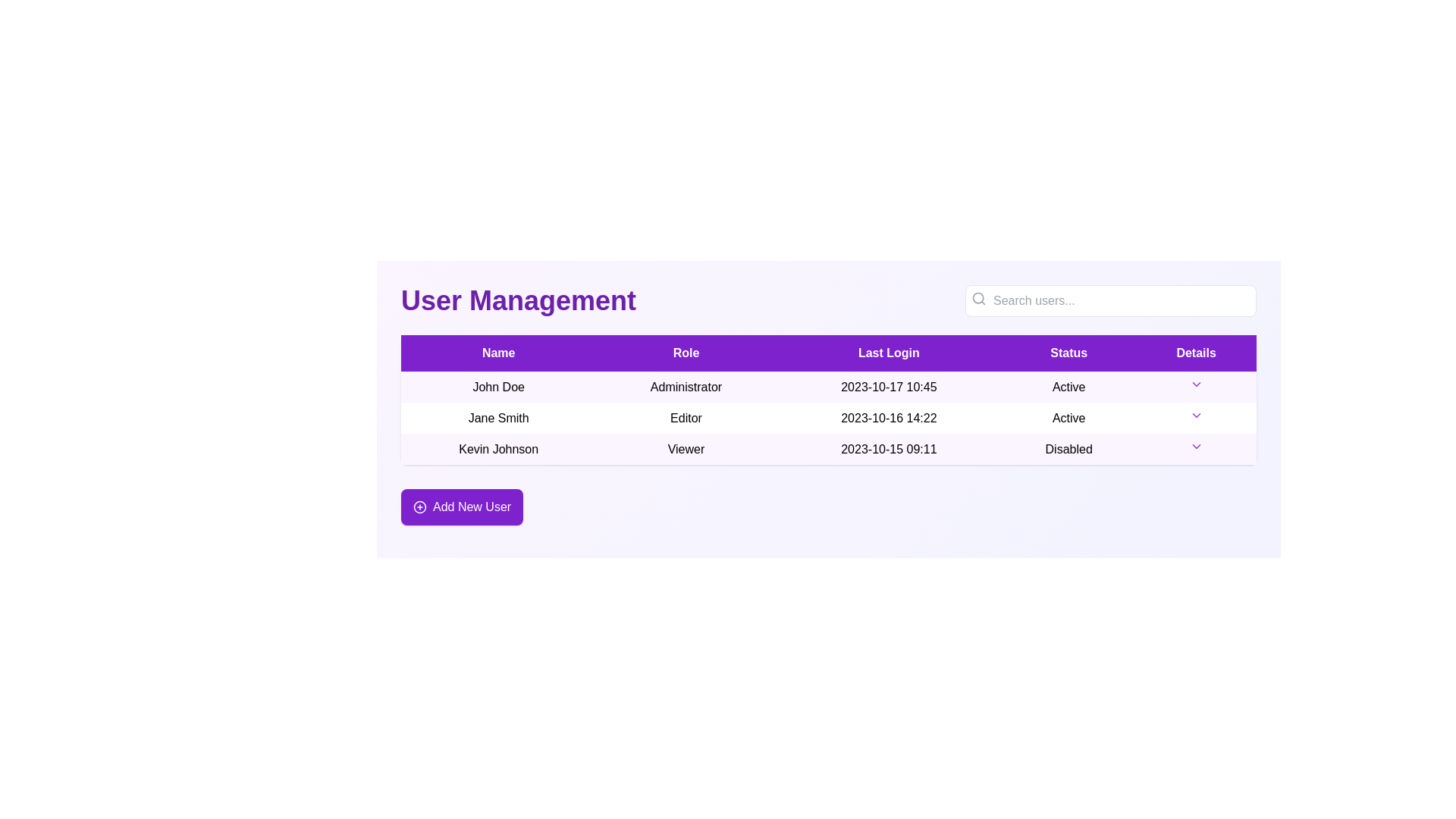 The width and height of the screenshot is (1456, 819). Describe the element at coordinates (685, 418) in the screenshot. I see `the 'Editor' text label in the second column of the second row under the 'Role' column in the table` at that location.